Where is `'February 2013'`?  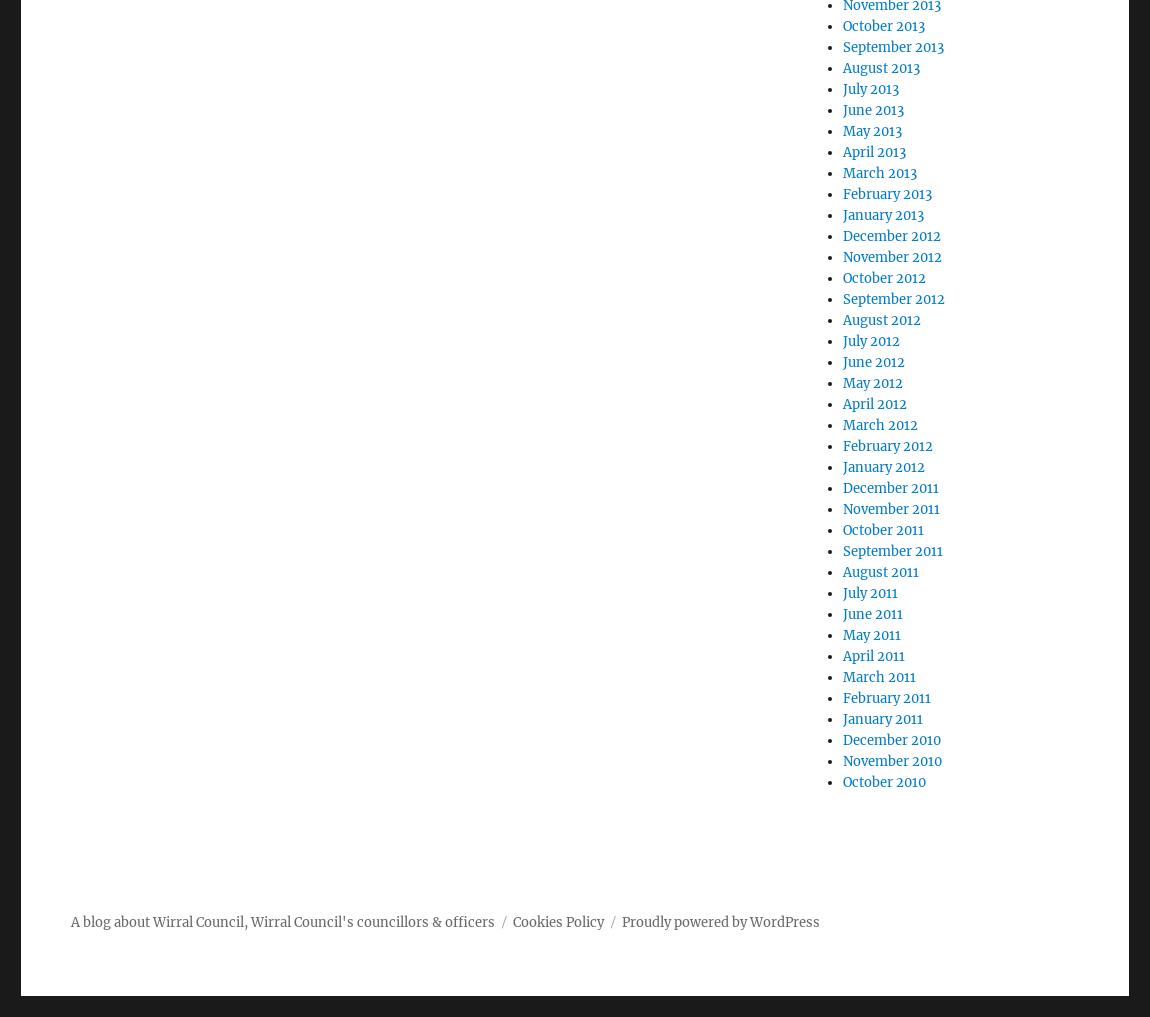
'February 2013' is located at coordinates (887, 194).